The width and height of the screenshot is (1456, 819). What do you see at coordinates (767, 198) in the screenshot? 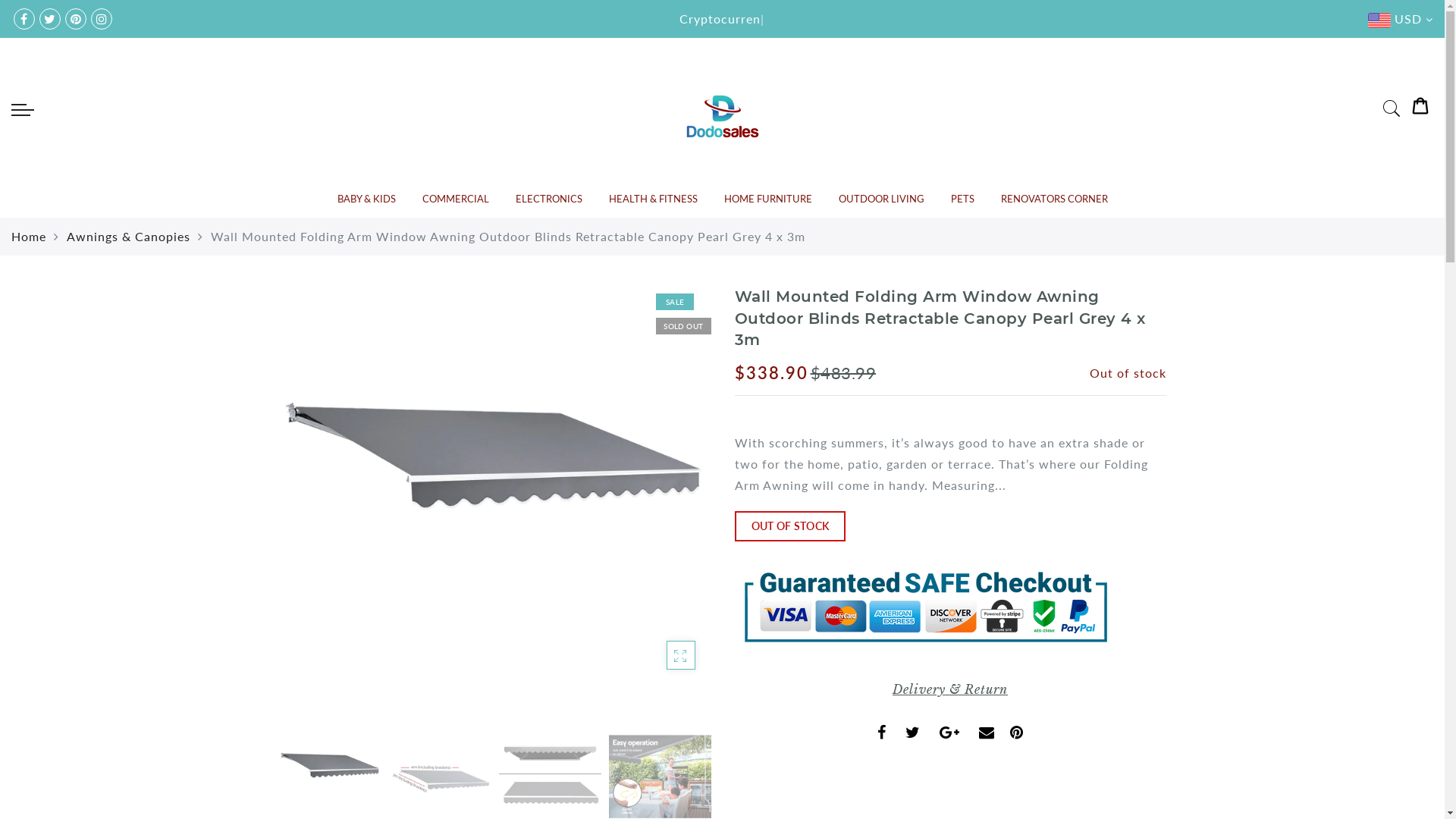
I see `'HOME FURNITURE'` at bounding box center [767, 198].